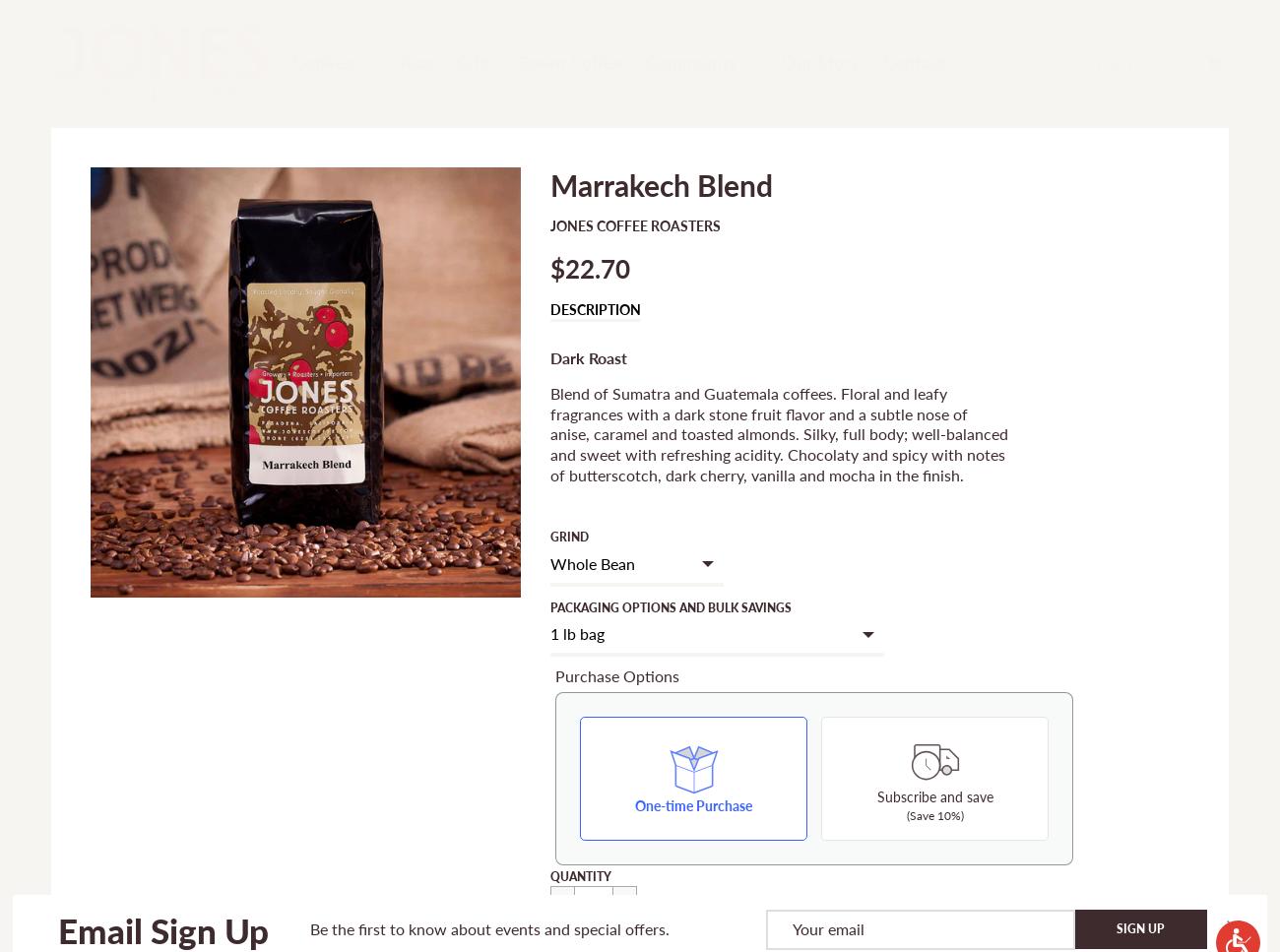 The height and width of the screenshot is (952, 1280). Describe the element at coordinates (698, 922) in the screenshot. I see `'Cart Error'` at that location.